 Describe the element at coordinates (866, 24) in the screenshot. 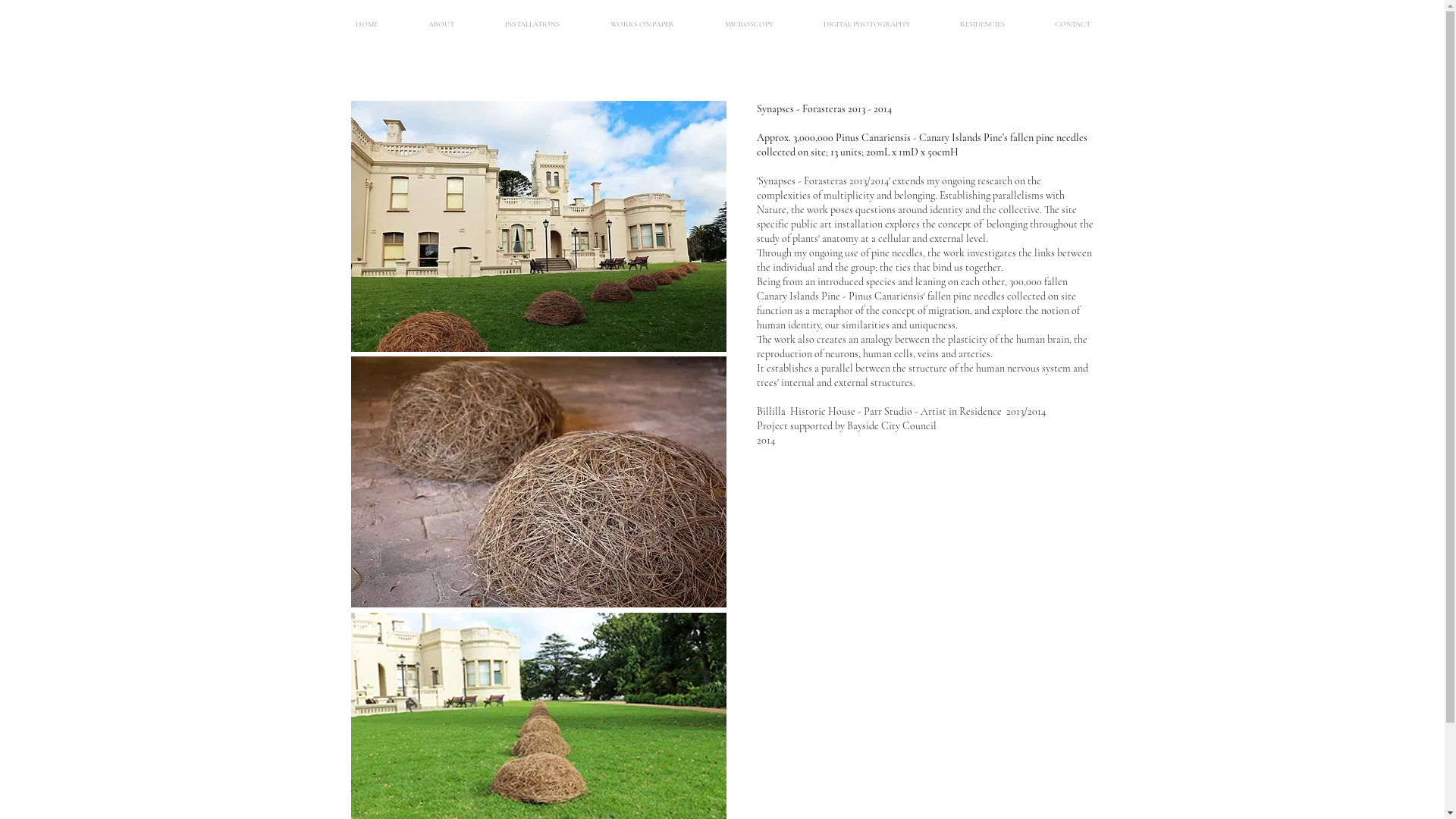

I see `'DIGITAL PHOTOGRAPHY'` at that location.